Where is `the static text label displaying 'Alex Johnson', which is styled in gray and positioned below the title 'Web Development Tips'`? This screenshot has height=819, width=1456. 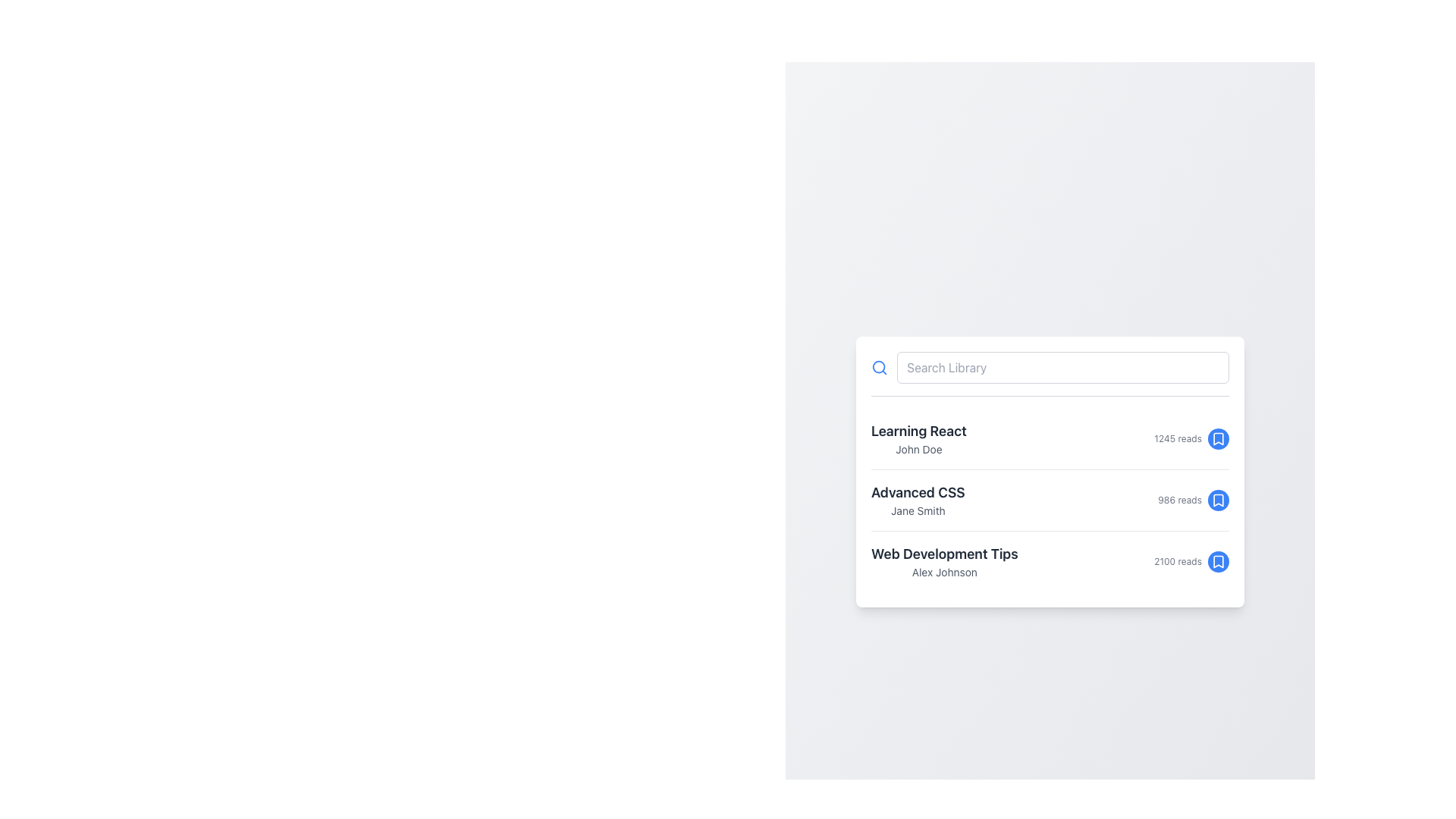 the static text label displaying 'Alex Johnson', which is styled in gray and positioned below the title 'Web Development Tips' is located at coordinates (943, 572).